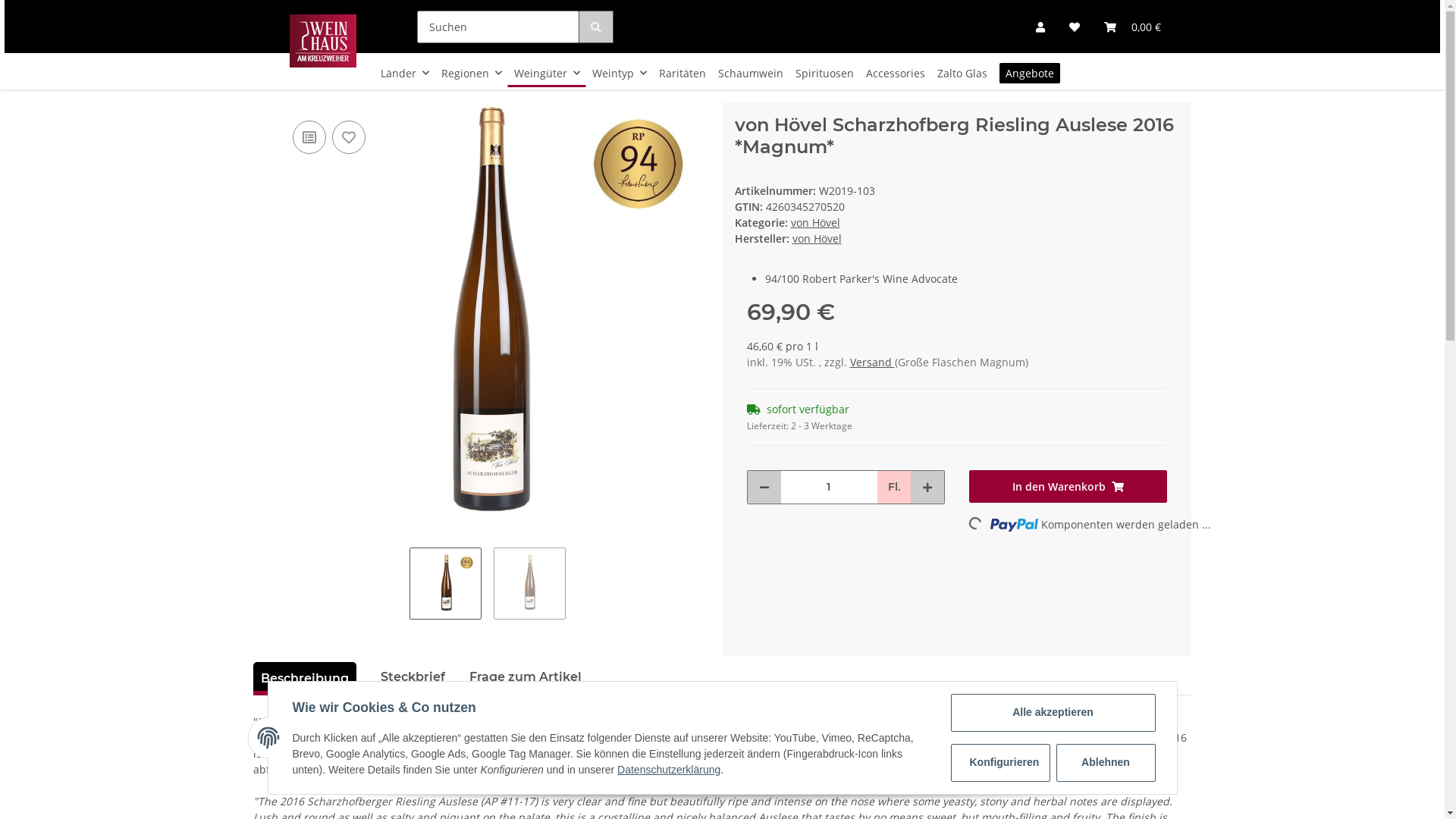 This screenshot has width=1456, height=819. Describe the element at coordinates (1030, 73) in the screenshot. I see `'Angebote'` at that location.